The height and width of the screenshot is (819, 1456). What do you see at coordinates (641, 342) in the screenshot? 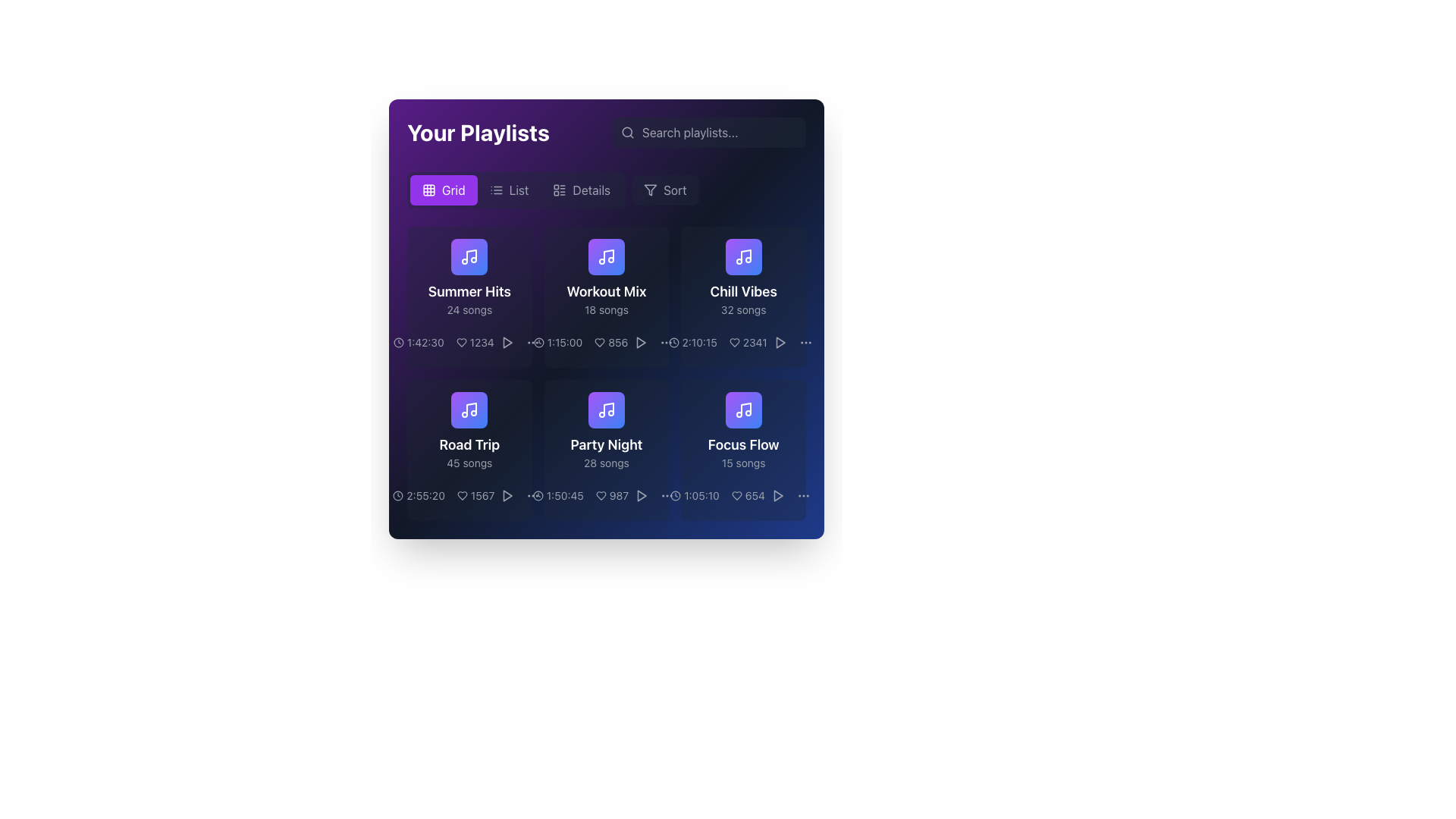
I see `the Play button icon located below the 'Workout Mix' card in the playlist grid` at bounding box center [641, 342].